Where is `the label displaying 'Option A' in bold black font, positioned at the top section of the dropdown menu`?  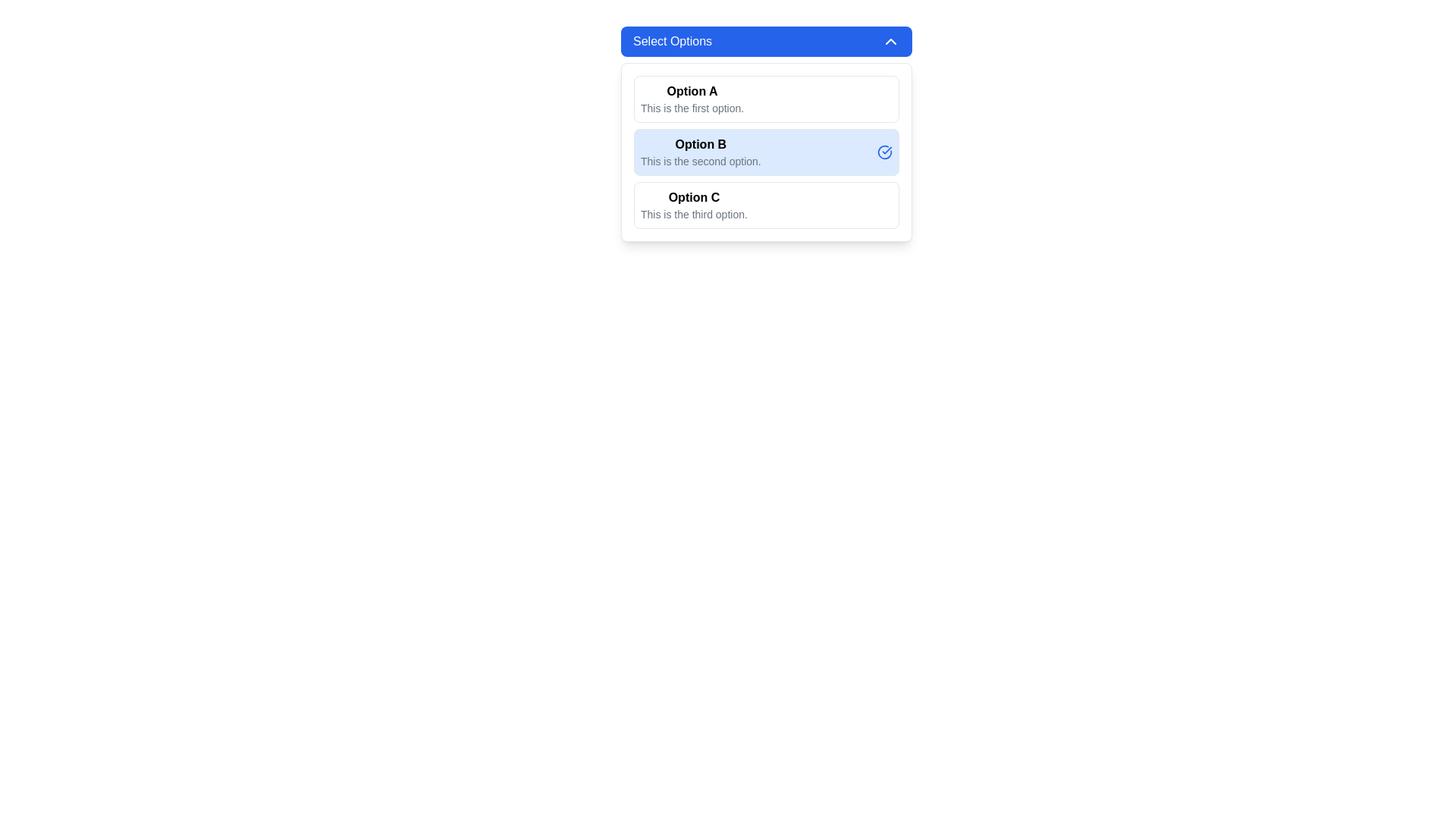
the label displaying 'Option A' in bold black font, positioned at the top section of the dropdown menu is located at coordinates (692, 91).